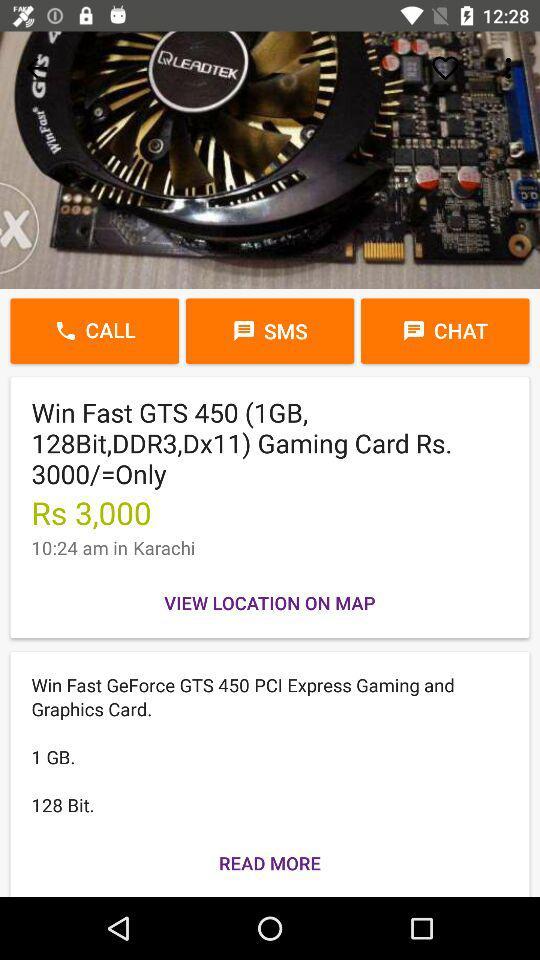  Describe the element at coordinates (270, 506) in the screenshot. I see `the item which is under call button` at that location.